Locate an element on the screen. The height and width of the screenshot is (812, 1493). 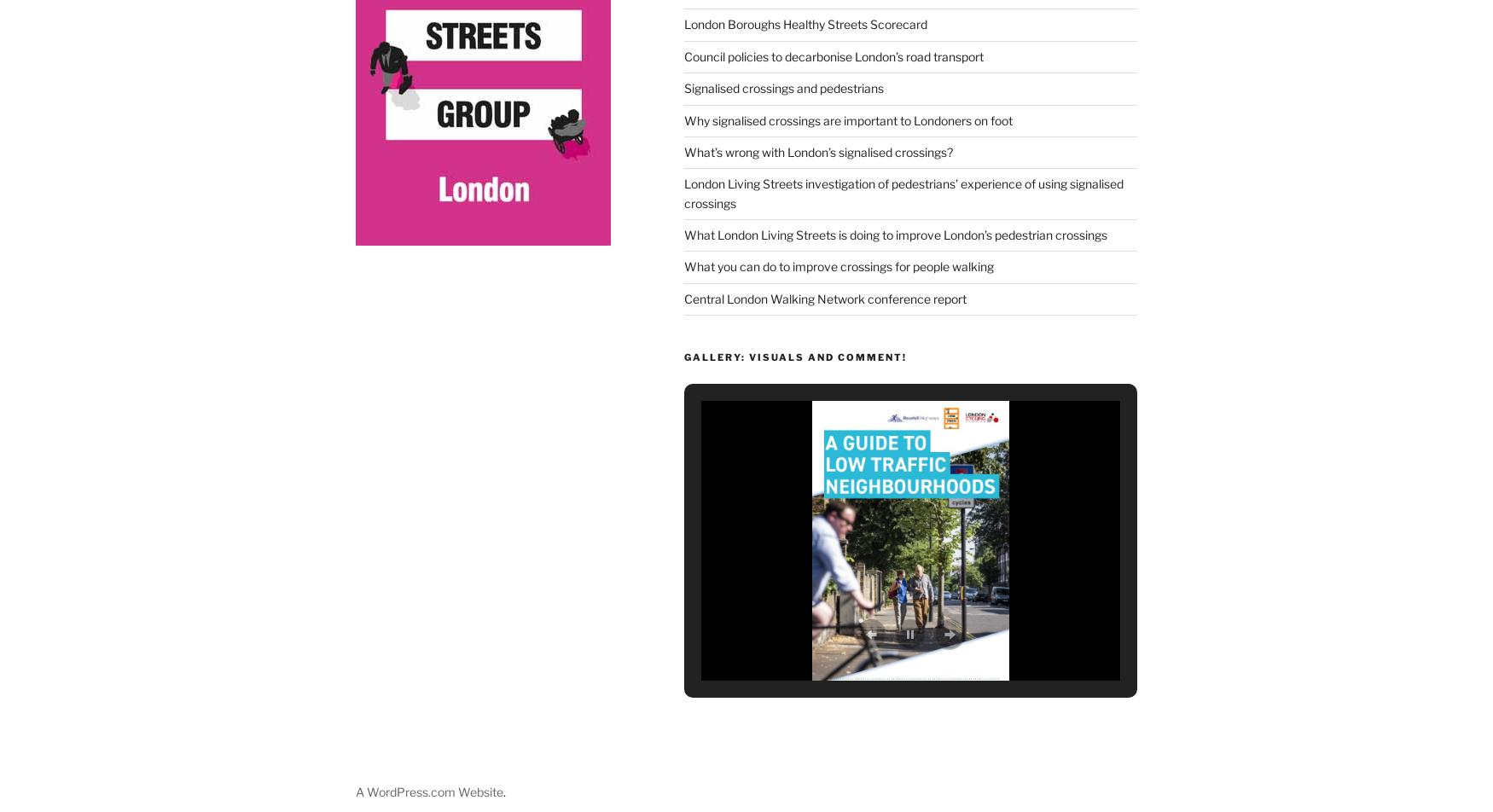
'A WordPress.com Website' is located at coordinates (428, 787).